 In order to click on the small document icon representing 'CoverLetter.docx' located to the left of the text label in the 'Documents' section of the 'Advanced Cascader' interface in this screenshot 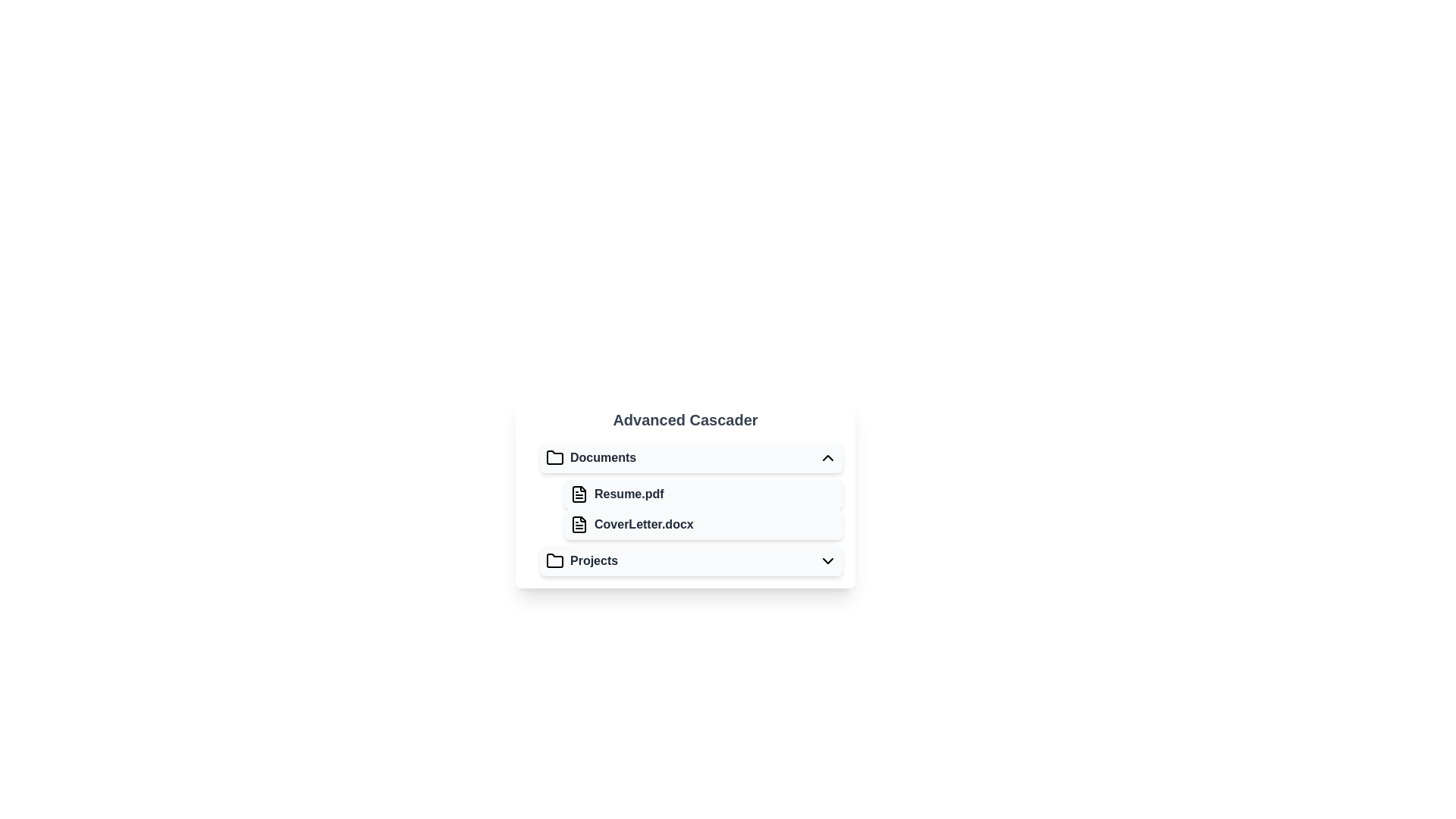, I will do `click(578, 523)`.